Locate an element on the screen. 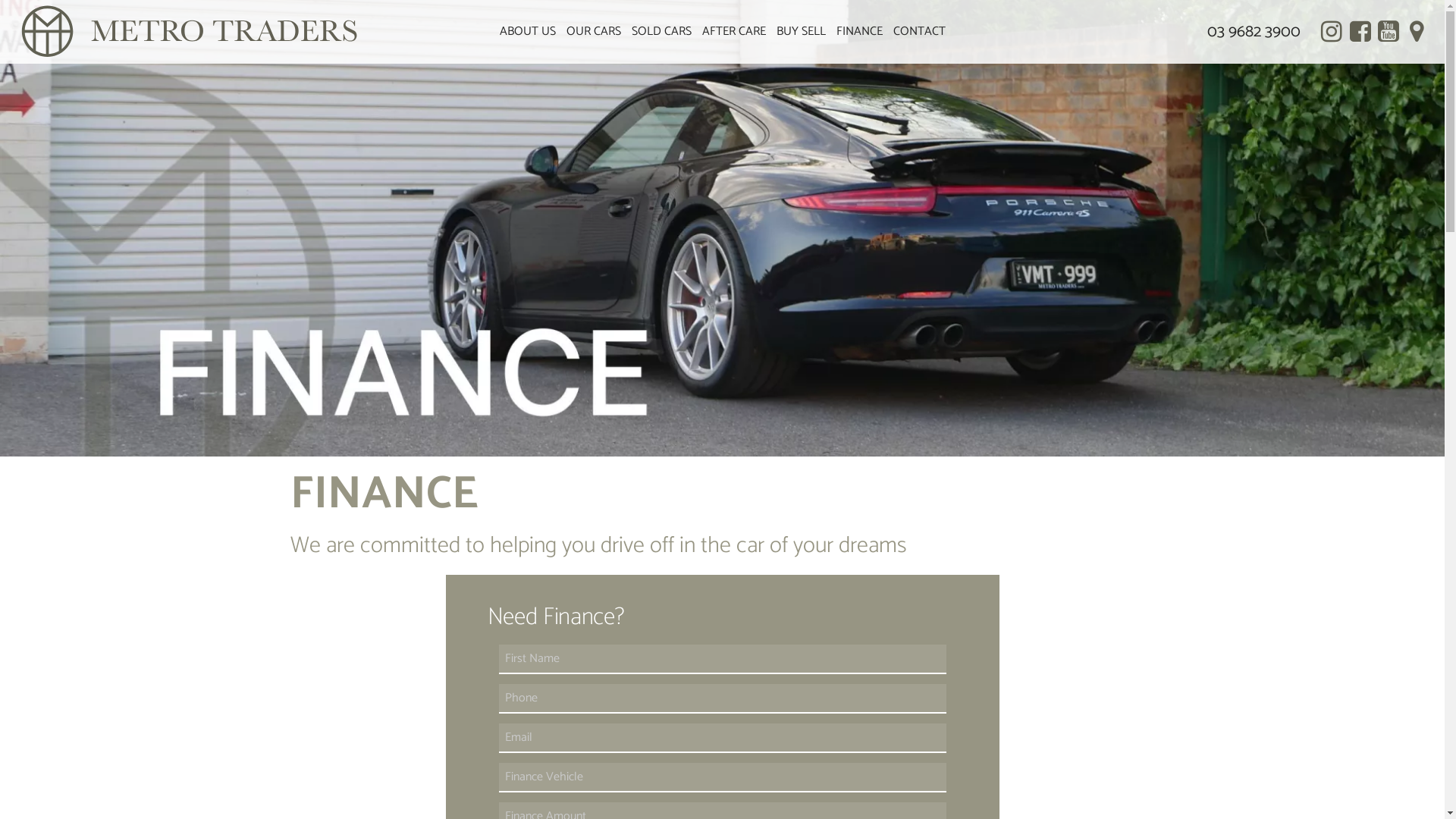 Image resolution: width=1456 pixels, height=819 pixels. 'FINANCE' is located at coordinates (859, 32).